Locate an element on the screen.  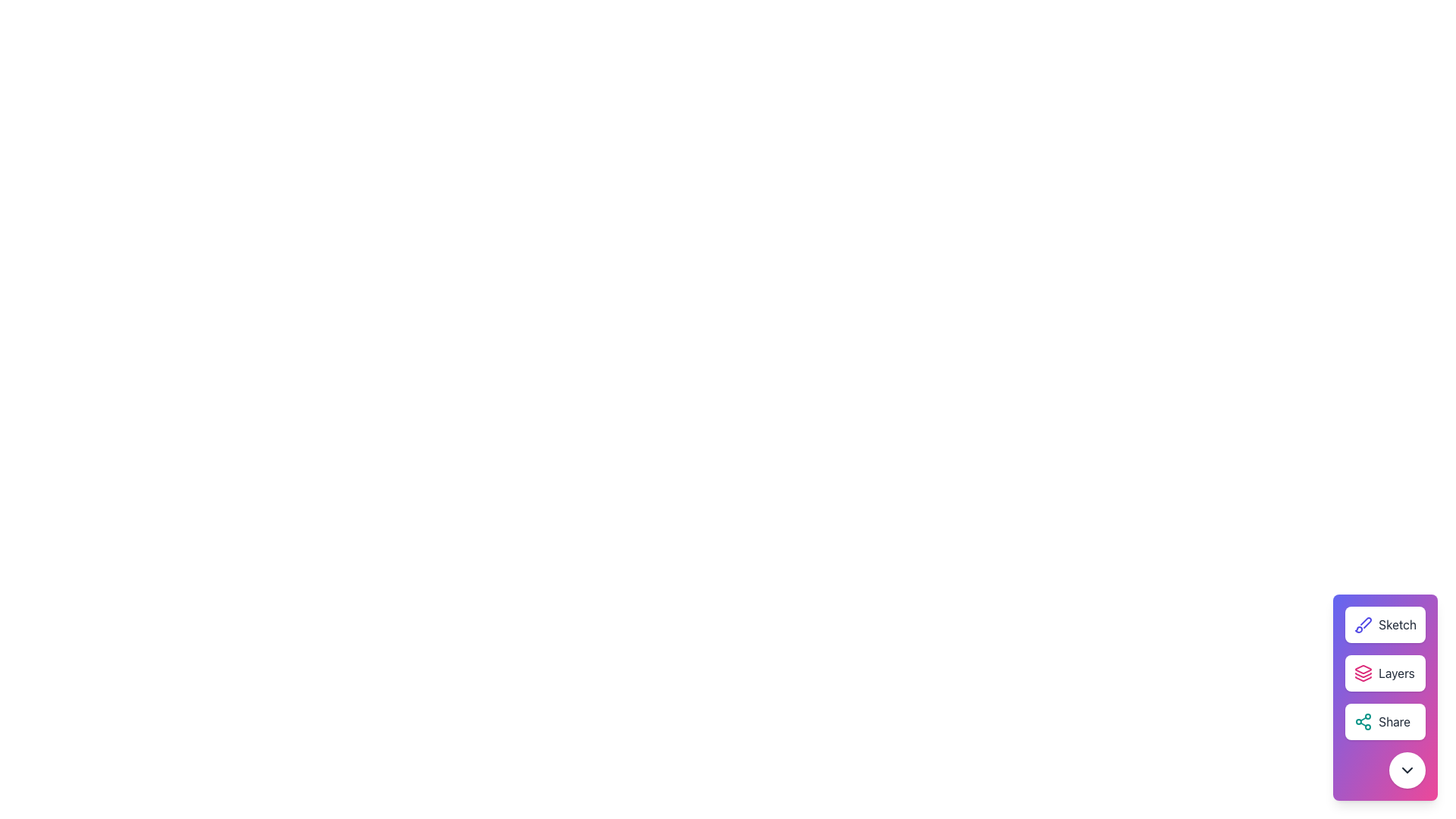
the bottom layer of the layered icon representing 'Layers' in the side menu located at the bottom-right corner of the interface is located at coordinates (1363, 678).